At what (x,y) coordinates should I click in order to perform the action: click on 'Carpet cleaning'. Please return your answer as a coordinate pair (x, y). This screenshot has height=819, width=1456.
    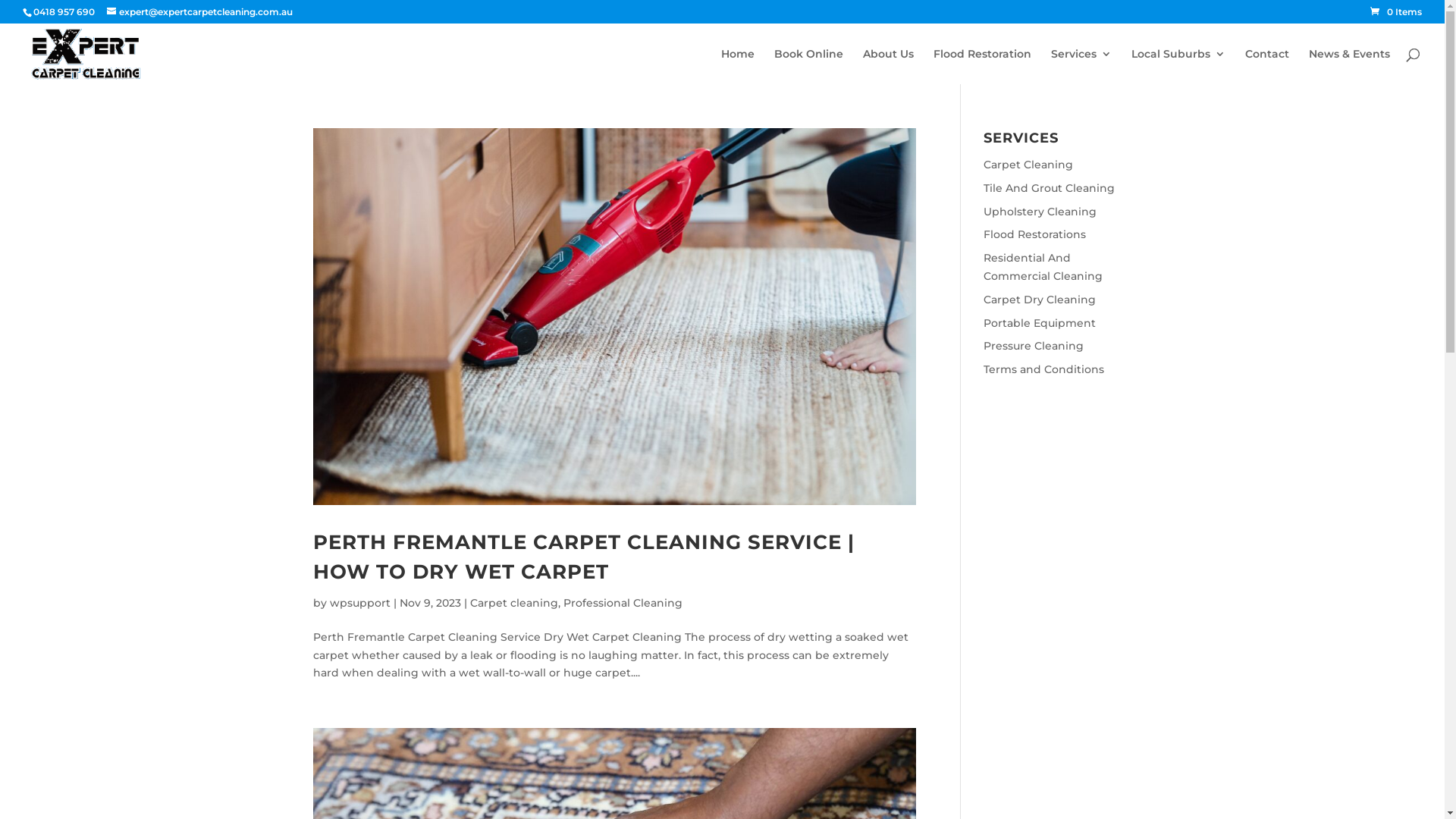
    Looking at the image, I should click on (469, 601).